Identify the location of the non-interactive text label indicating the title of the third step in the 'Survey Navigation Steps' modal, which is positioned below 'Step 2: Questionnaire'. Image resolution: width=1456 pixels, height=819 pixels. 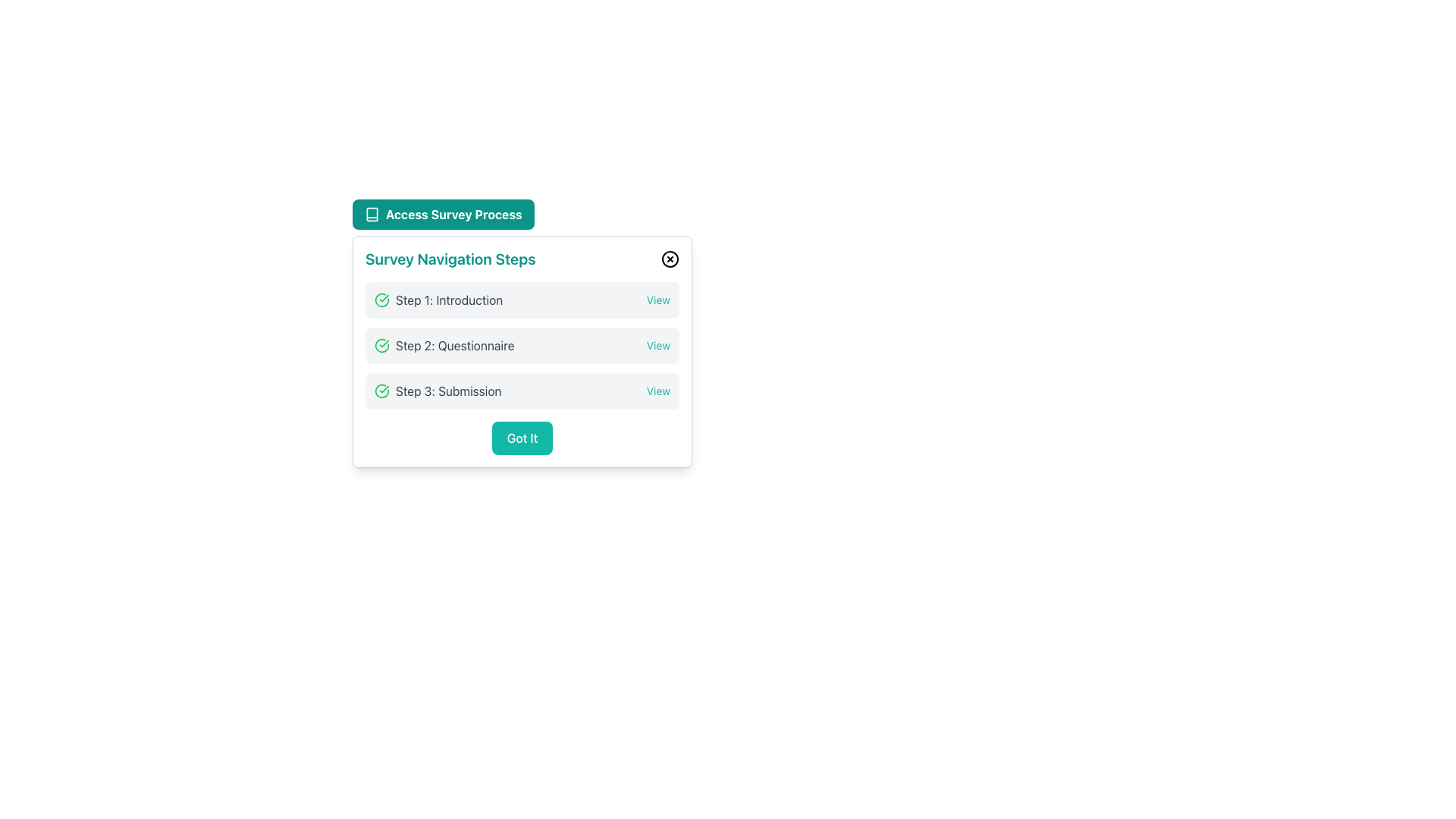
(447, 391).